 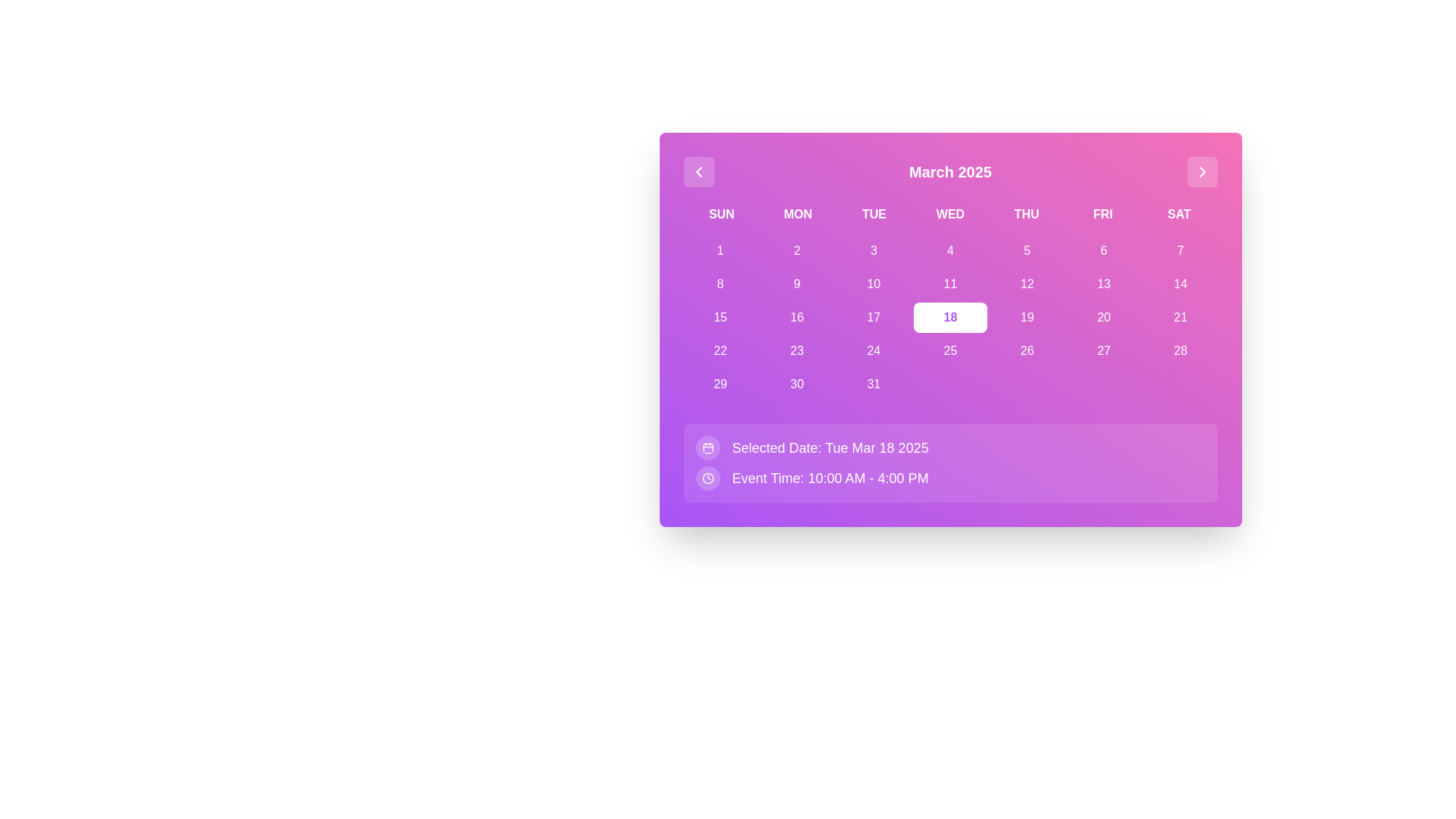 What do you see at coordinates (698, 171) in the screenshot?
I see `the left-pointing chevron icon, which is part of the SVG and located in the top-left corner of the calendar interface` at bounding box center [698, 171].